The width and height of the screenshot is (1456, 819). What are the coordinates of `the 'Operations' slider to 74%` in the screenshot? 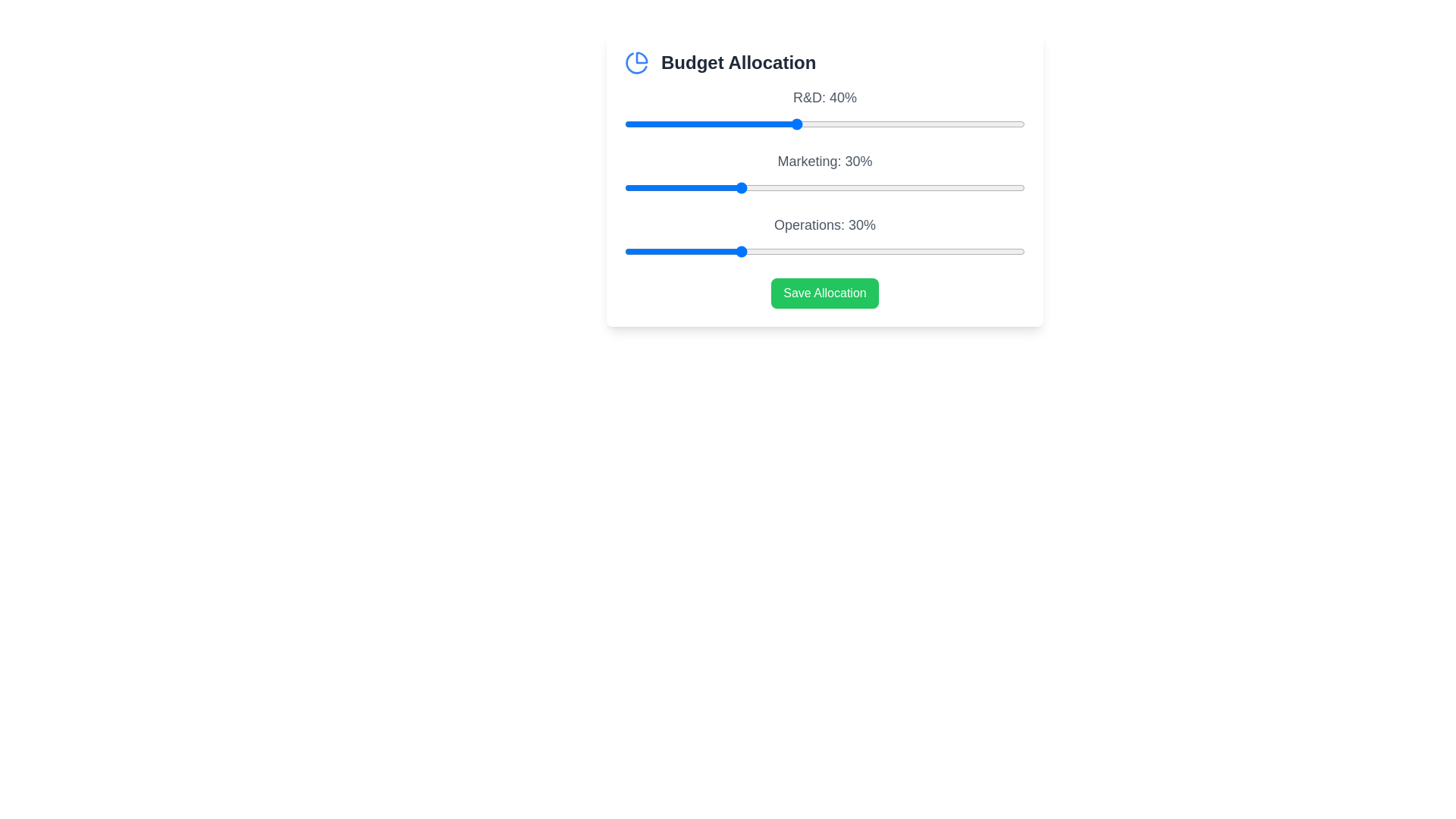 It's located at (990, 250).